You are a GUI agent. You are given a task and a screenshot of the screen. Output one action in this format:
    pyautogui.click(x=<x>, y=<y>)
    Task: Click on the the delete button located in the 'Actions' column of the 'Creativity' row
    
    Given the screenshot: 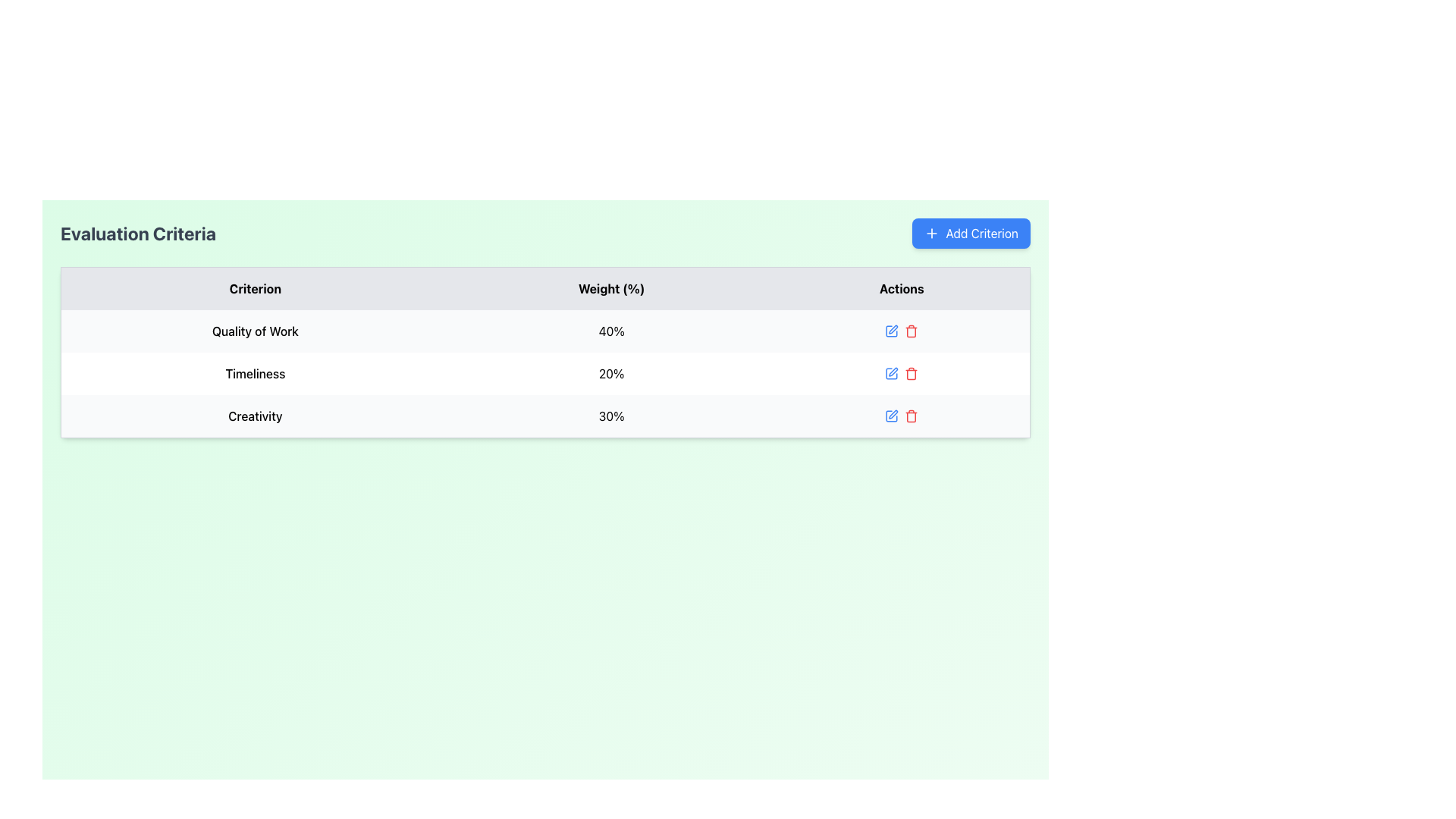 What is the action you would take?
    pyautogui.click(x=911, y=416)
    